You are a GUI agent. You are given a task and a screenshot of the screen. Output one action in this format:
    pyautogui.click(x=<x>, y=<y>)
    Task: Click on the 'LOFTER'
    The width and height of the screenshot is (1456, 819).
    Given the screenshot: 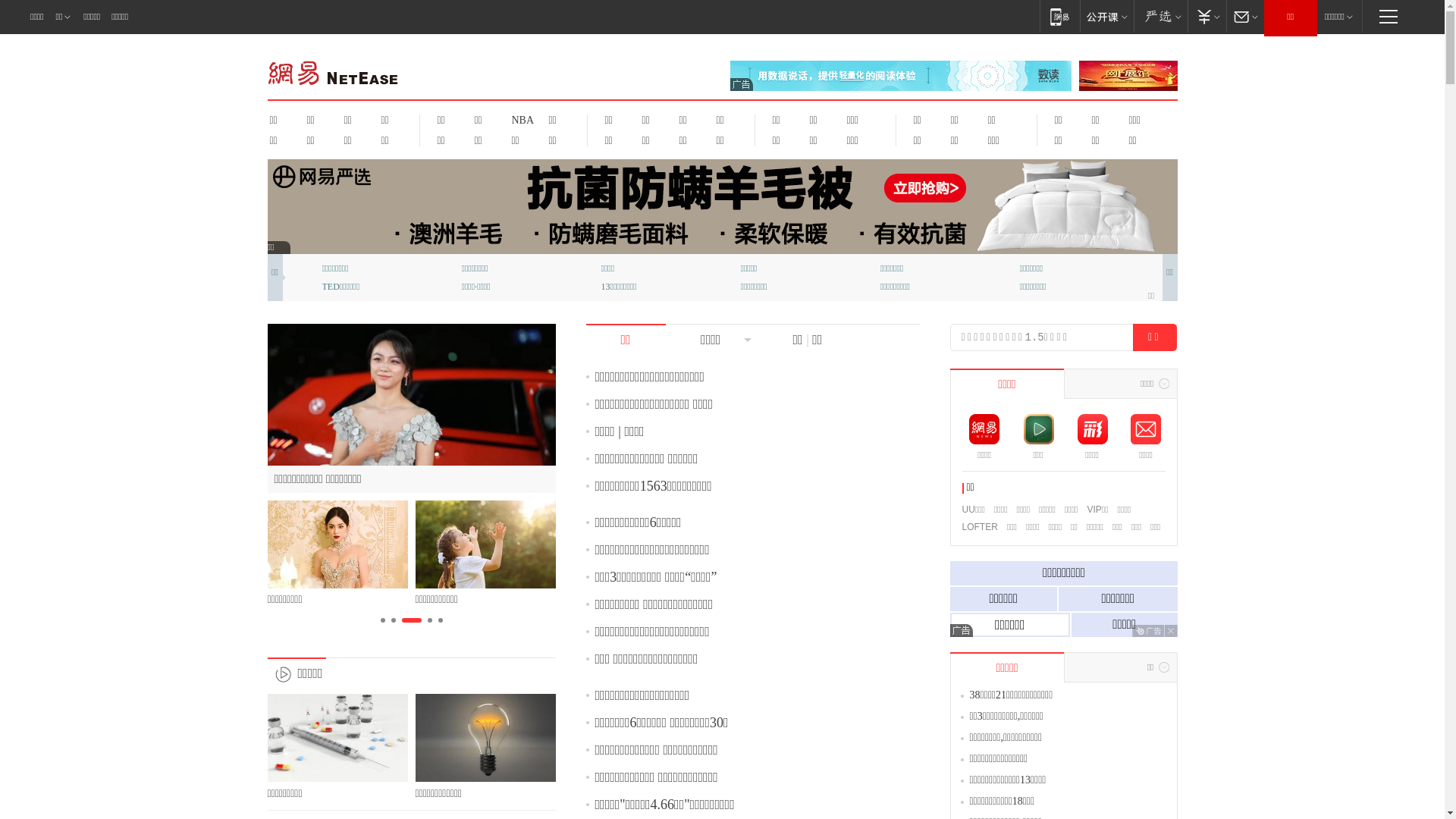 What is the action you would take?
    pyautogui.click(x=979, y=526)
    